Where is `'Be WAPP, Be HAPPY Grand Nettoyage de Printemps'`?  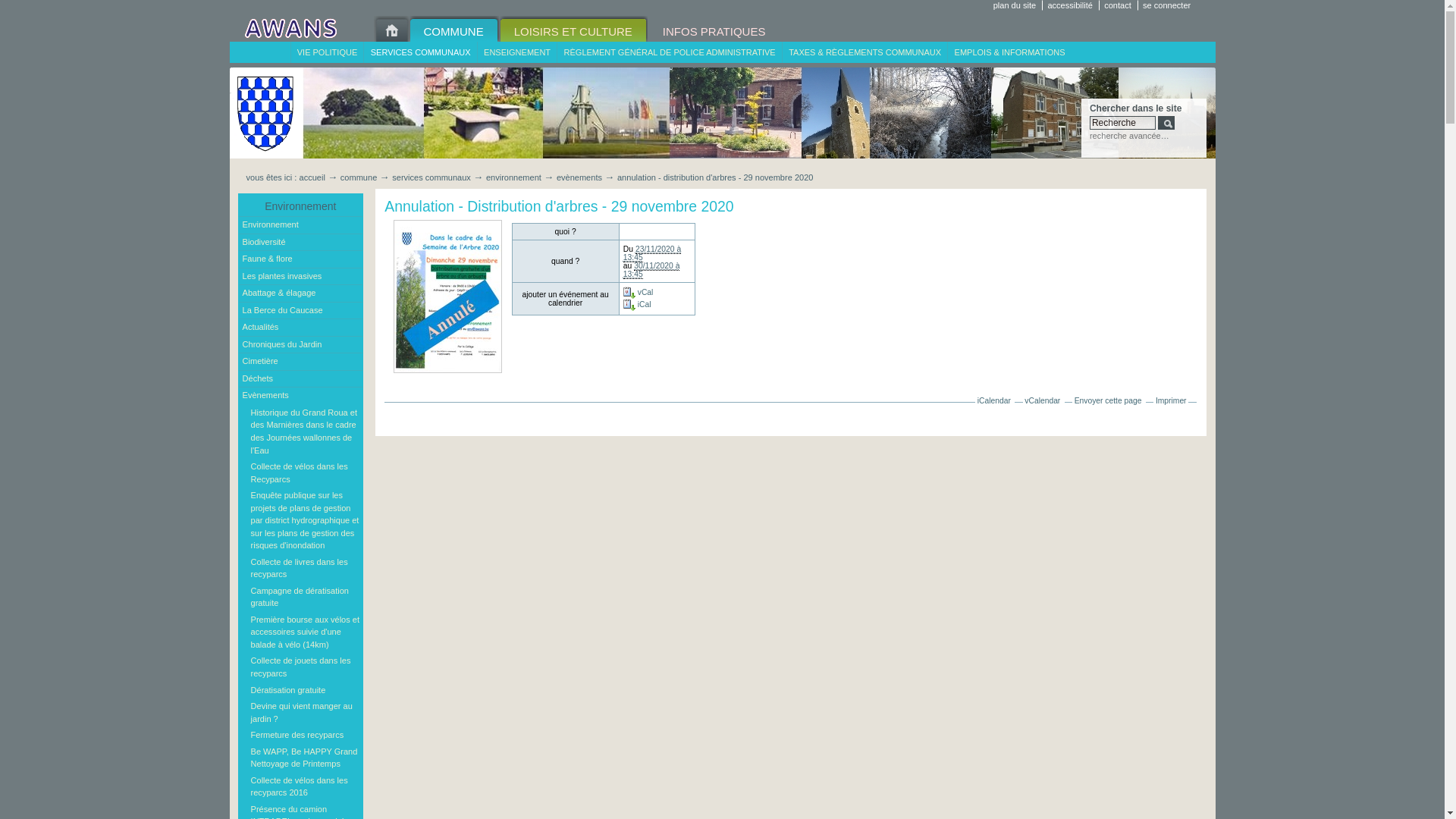 'Be WAPP, Be HAPPY Grand Nettoyage de Printemps' is located at coordinates (304, 758).